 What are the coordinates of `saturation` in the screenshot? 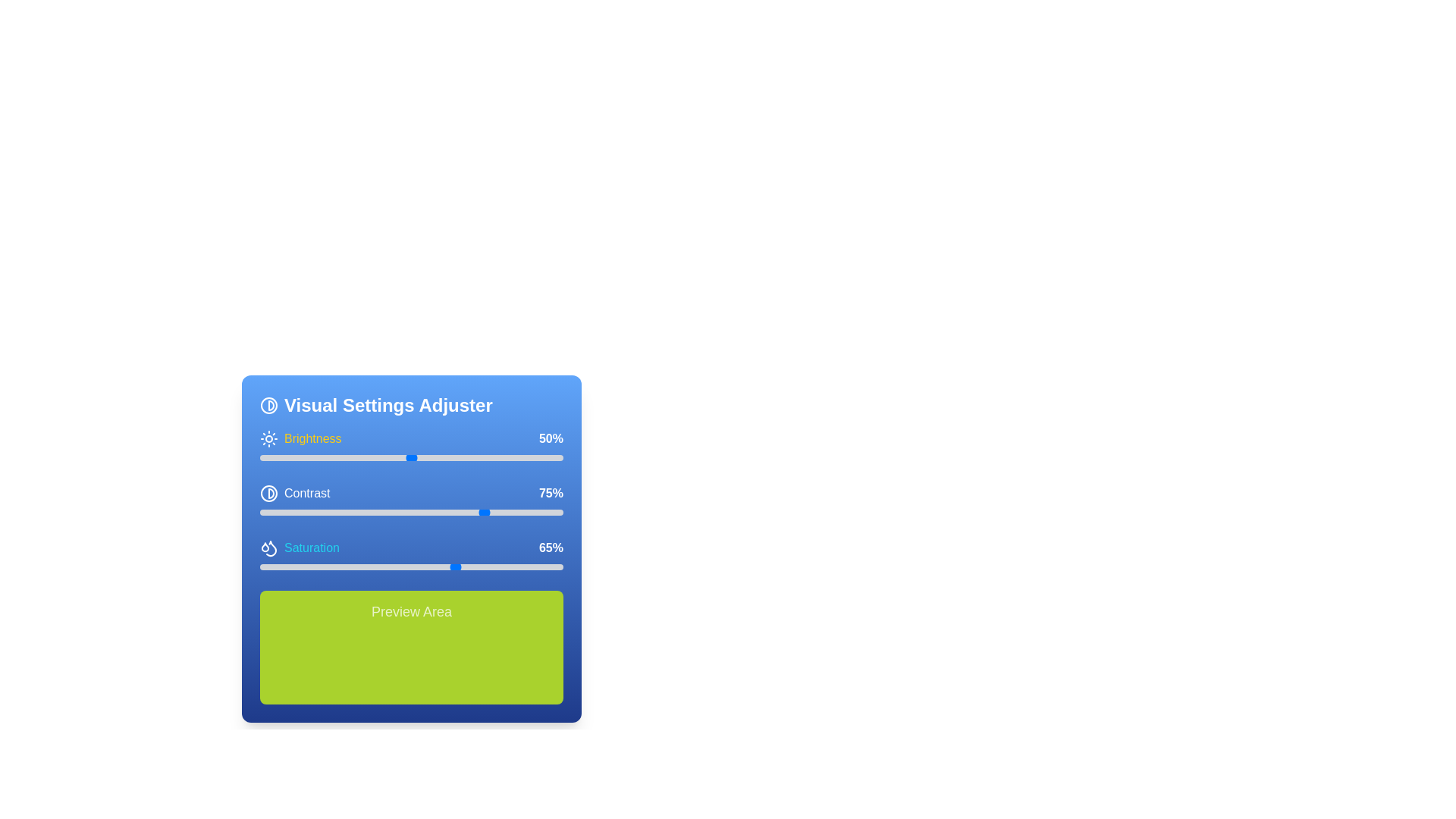 It's located at (387, 567).